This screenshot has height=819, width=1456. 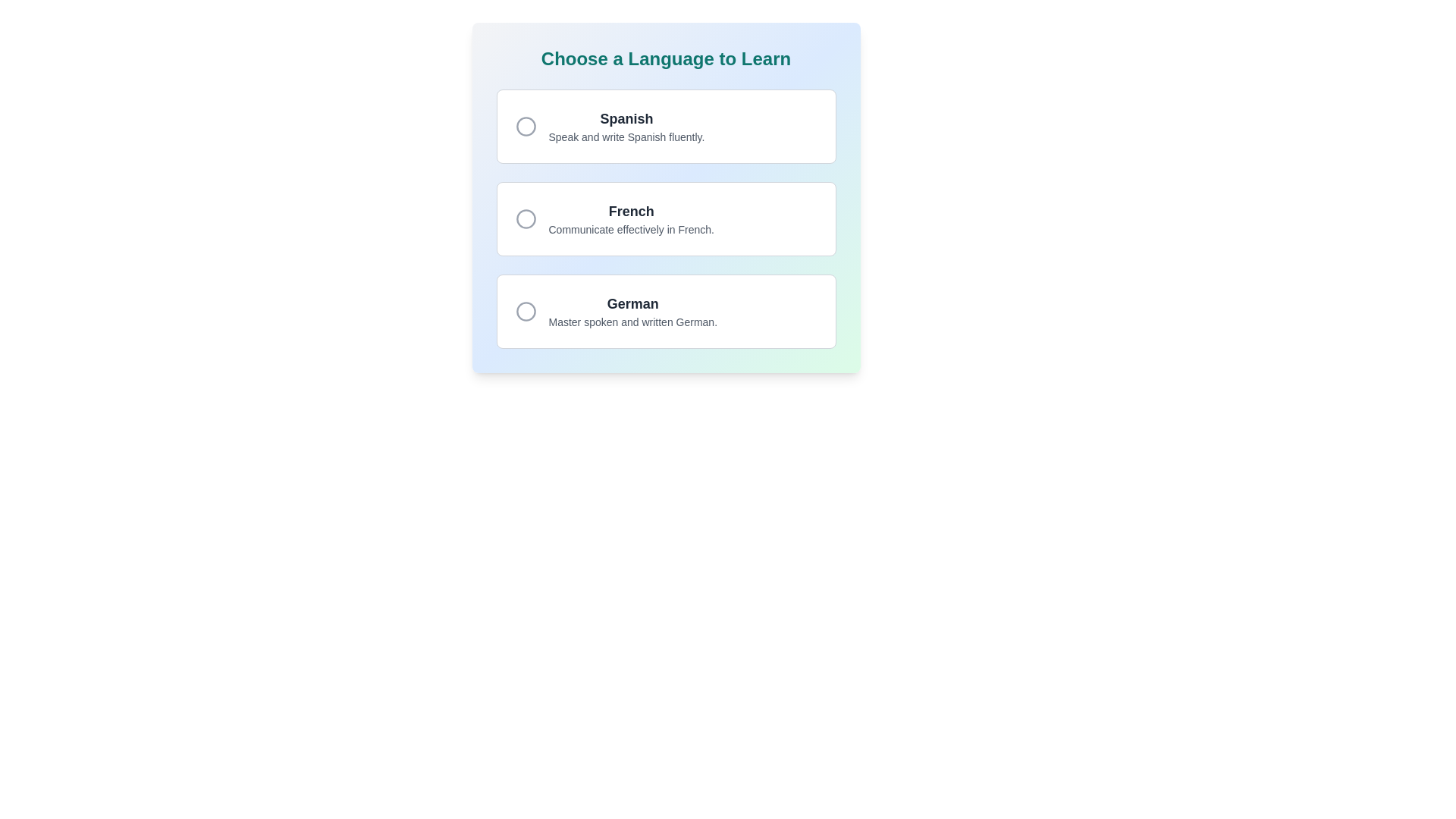 I want to click on prominently styled heading that displays 'Choose a Language to Learn', which is centered at the top of the language selection card, so click(x=666, y=58).